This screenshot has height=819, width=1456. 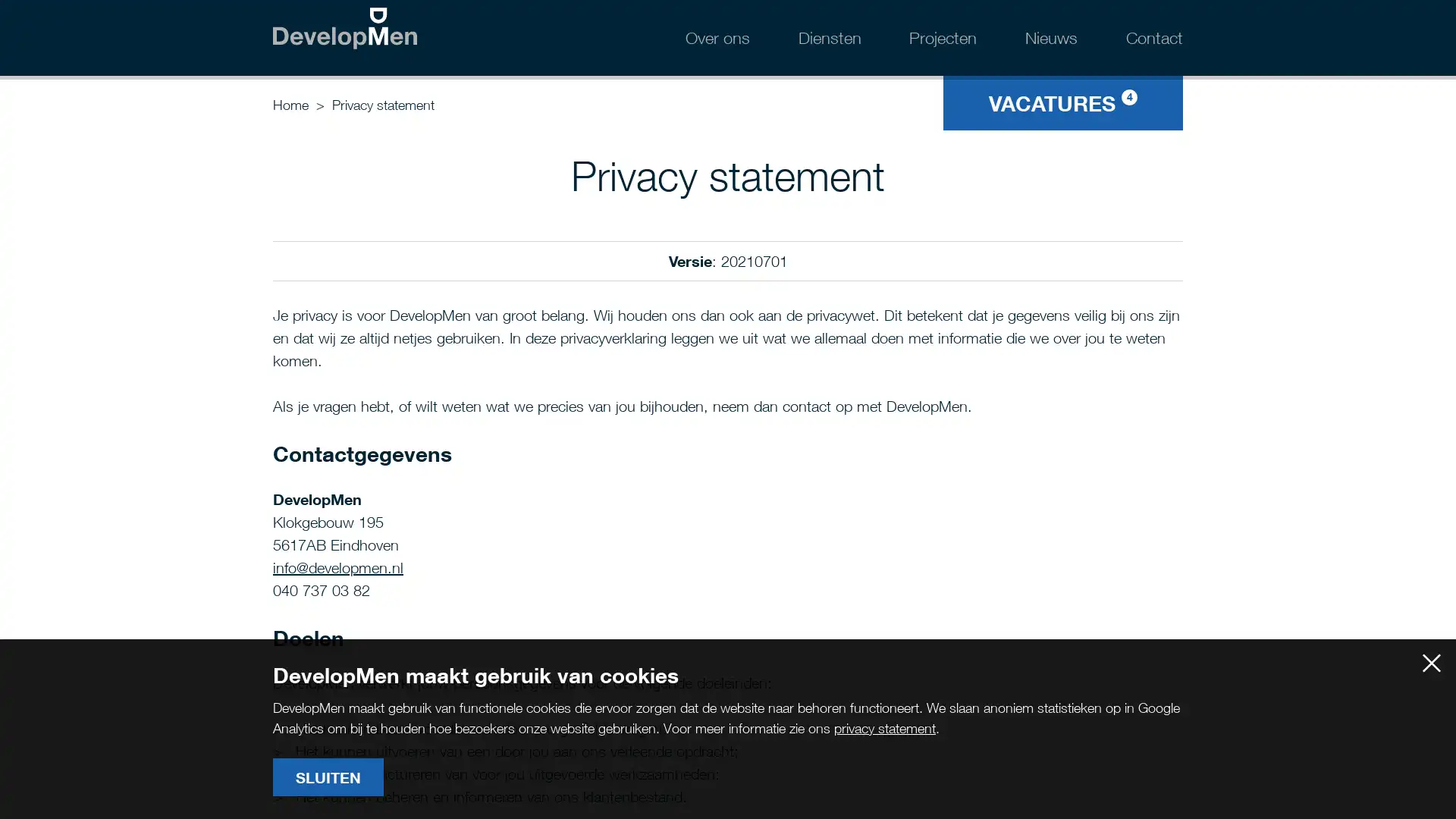 What do you see at coordinates (327, 777) in the screenshot?
I see `SLUITEN` at bounding box center [327, 777].